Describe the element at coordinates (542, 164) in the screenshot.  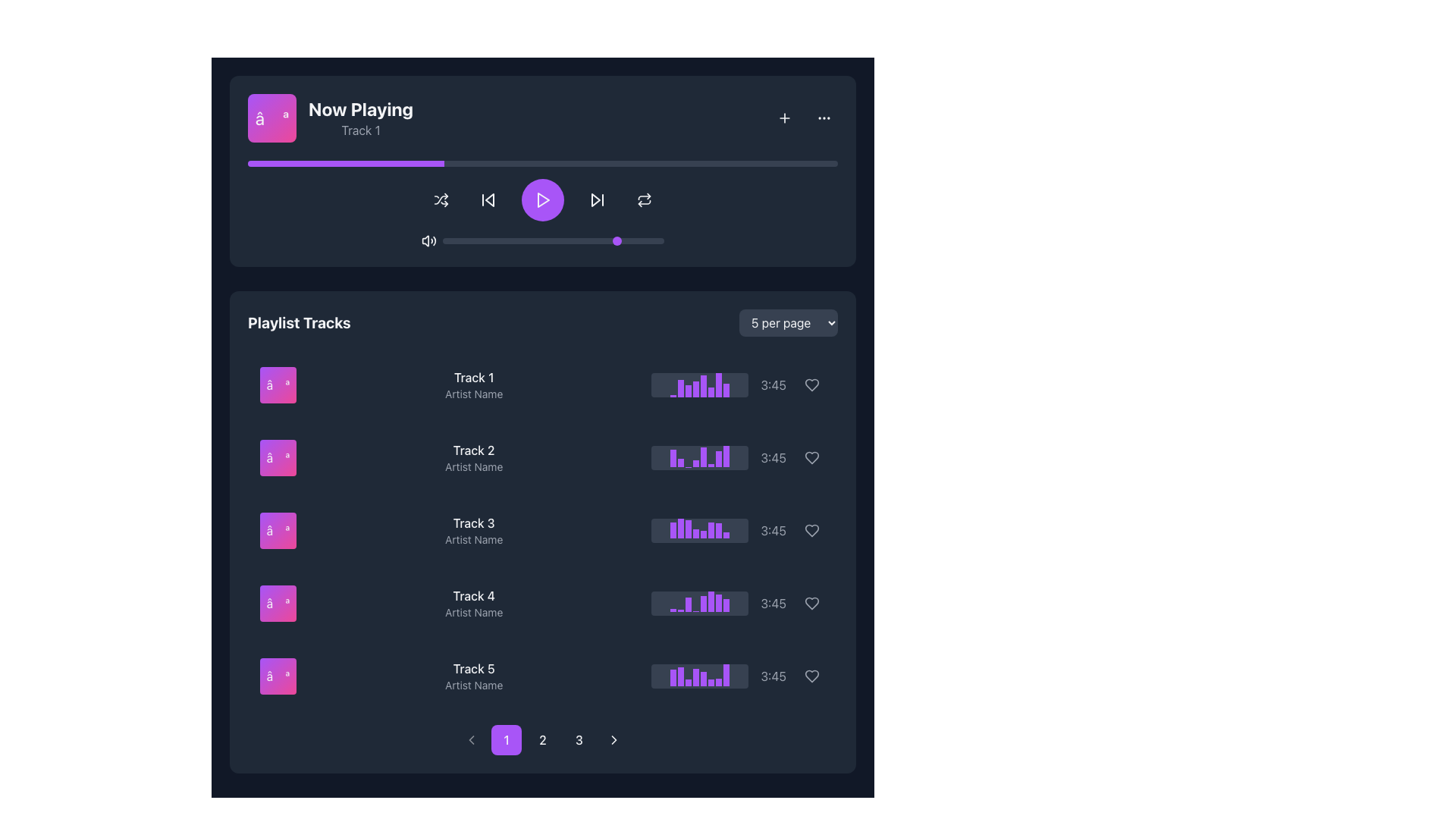
I see `the progress bar located slightly below the title 'Now Playing' by clicking to change progress` at that location.